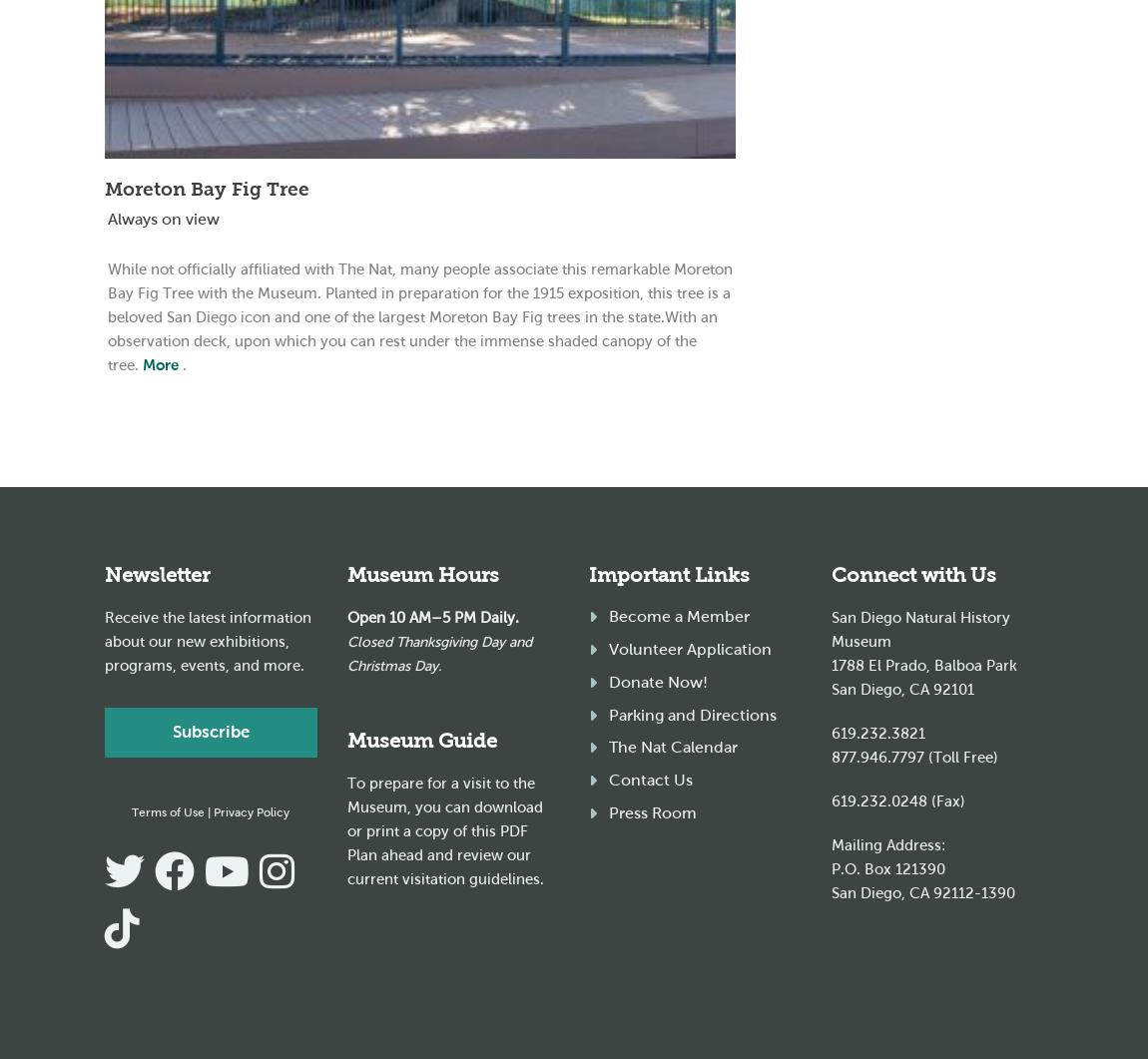  I want to click on 'Museum Hours', so click(421, 574).